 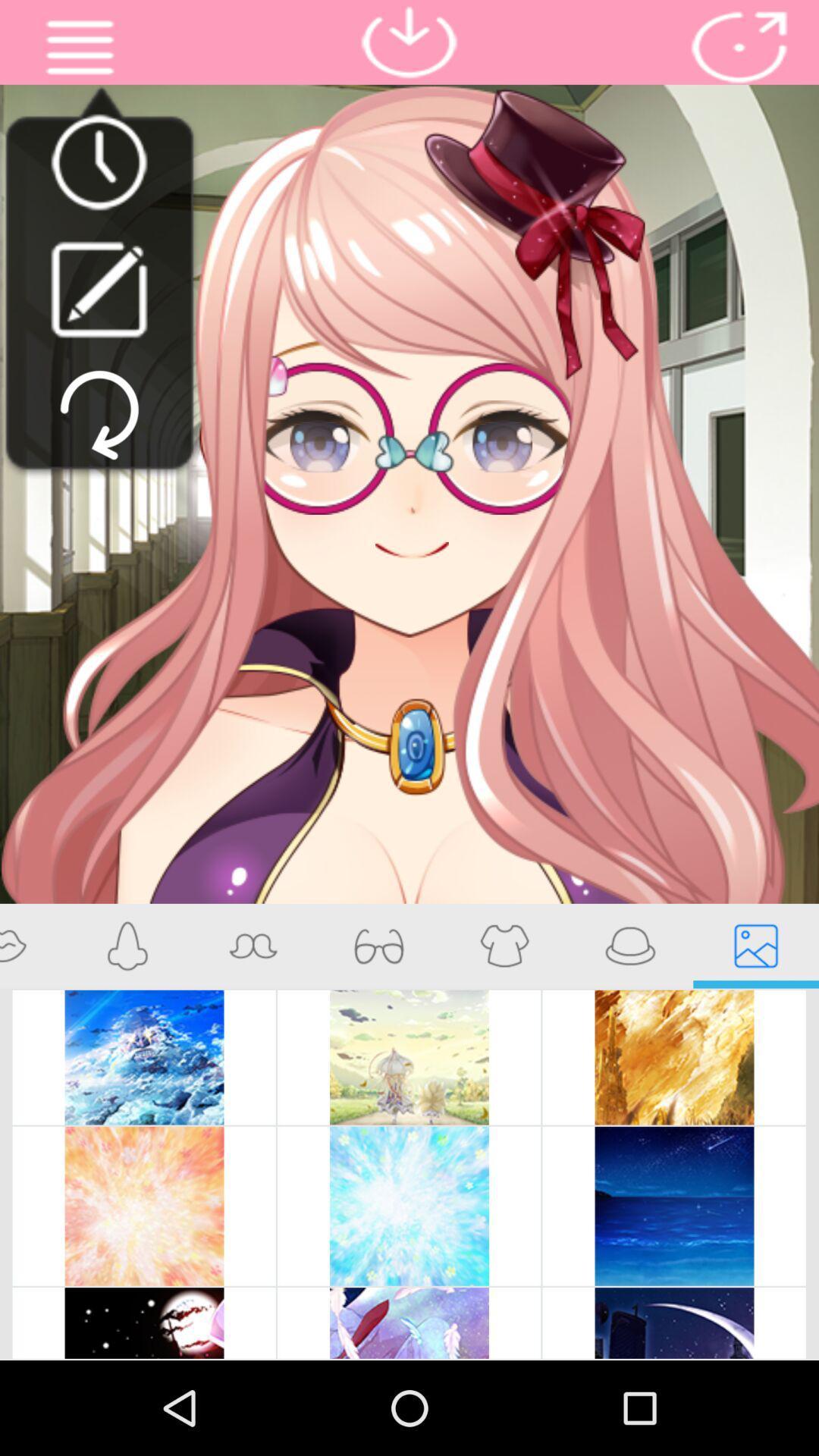 What do you see at coordinates (99, 443) in the screenshot?
I see `the refresh icon` at bounding box center [99, 443].